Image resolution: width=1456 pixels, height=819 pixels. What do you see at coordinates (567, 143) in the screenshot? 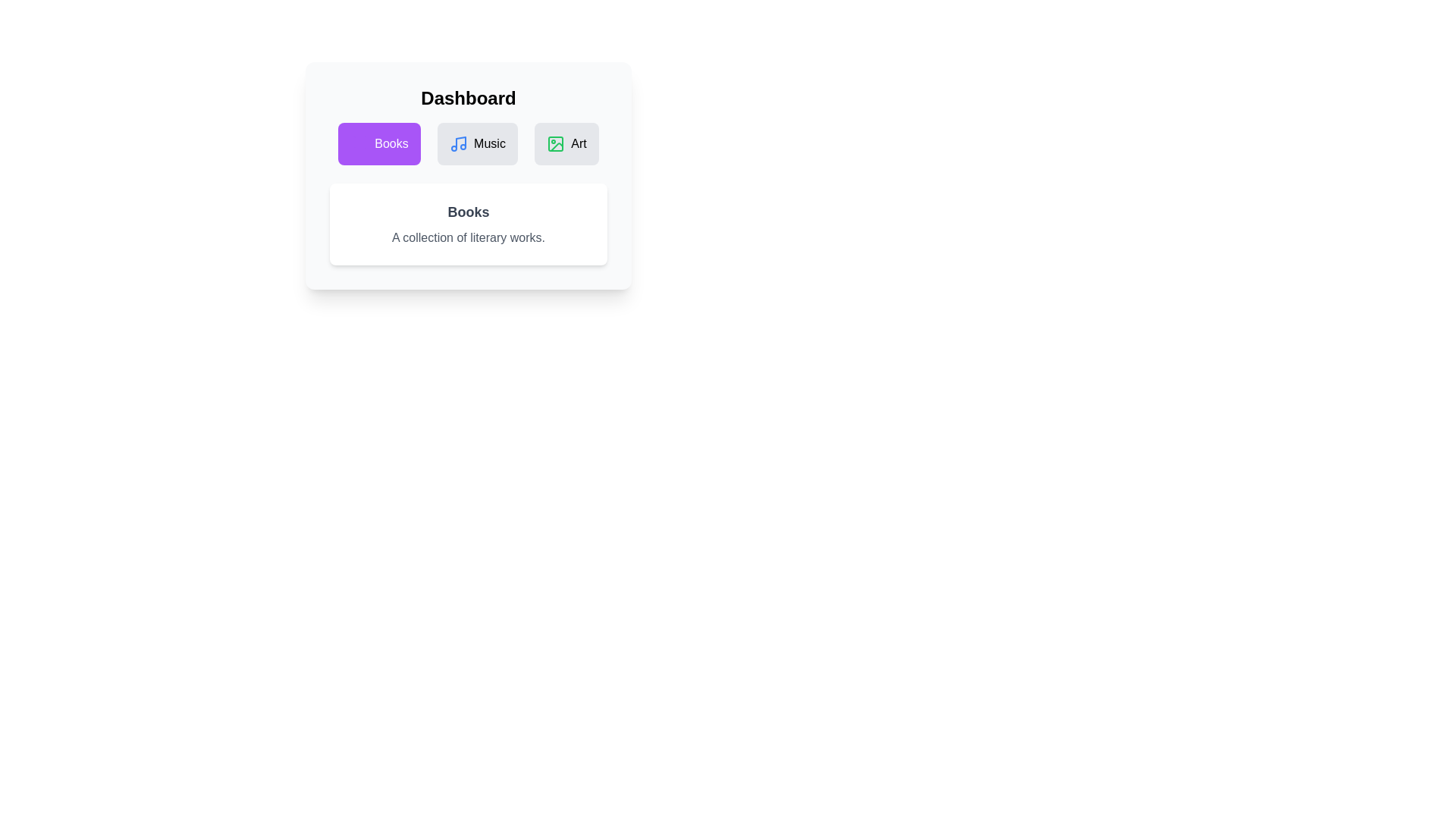
I see `the Art tab button to switch to the respective tab` at bounding box center [567, 143].